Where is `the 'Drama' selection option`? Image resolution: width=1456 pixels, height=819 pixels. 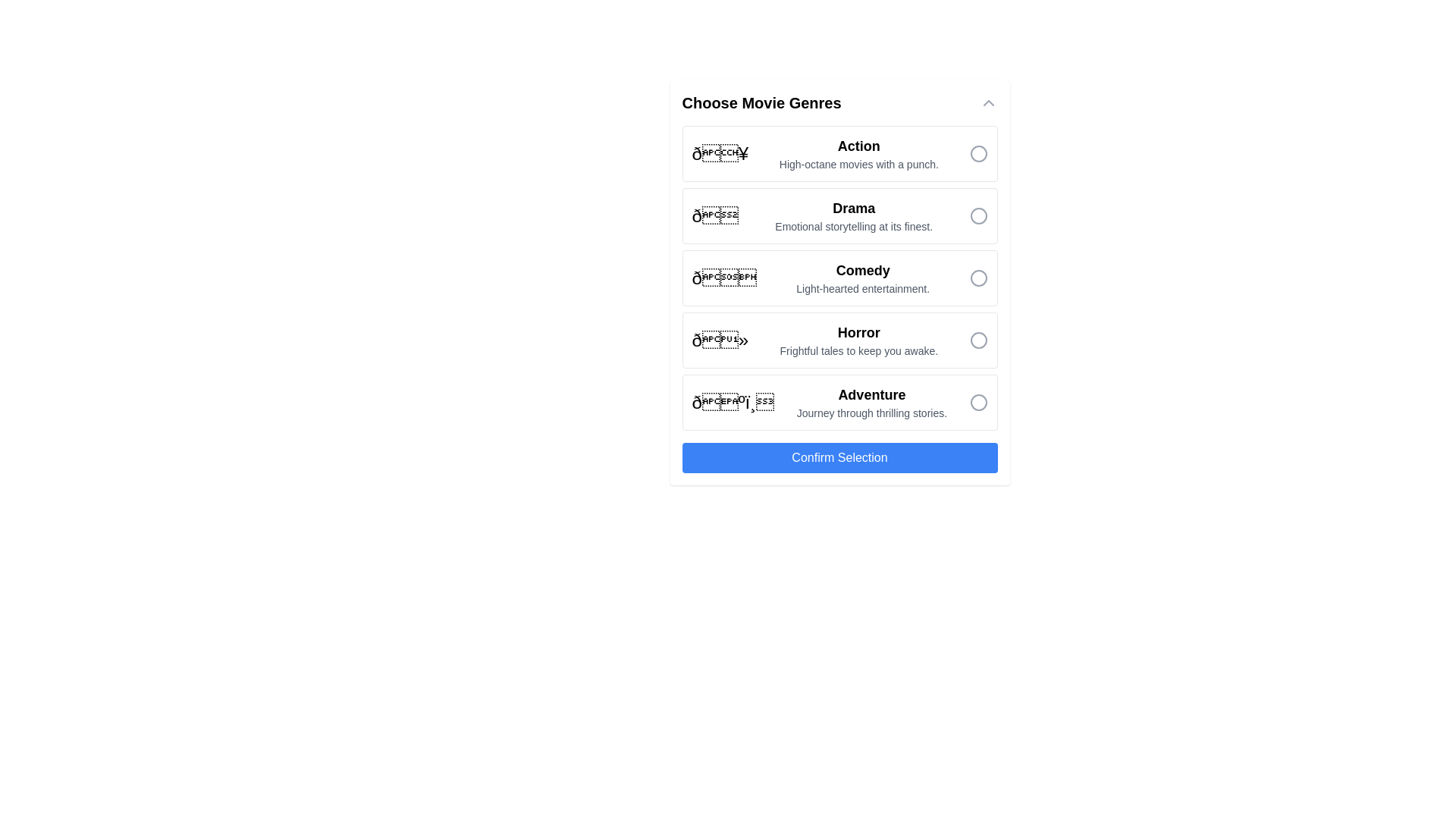
the 'Drama' selection option is located at coordinates (839, 216).